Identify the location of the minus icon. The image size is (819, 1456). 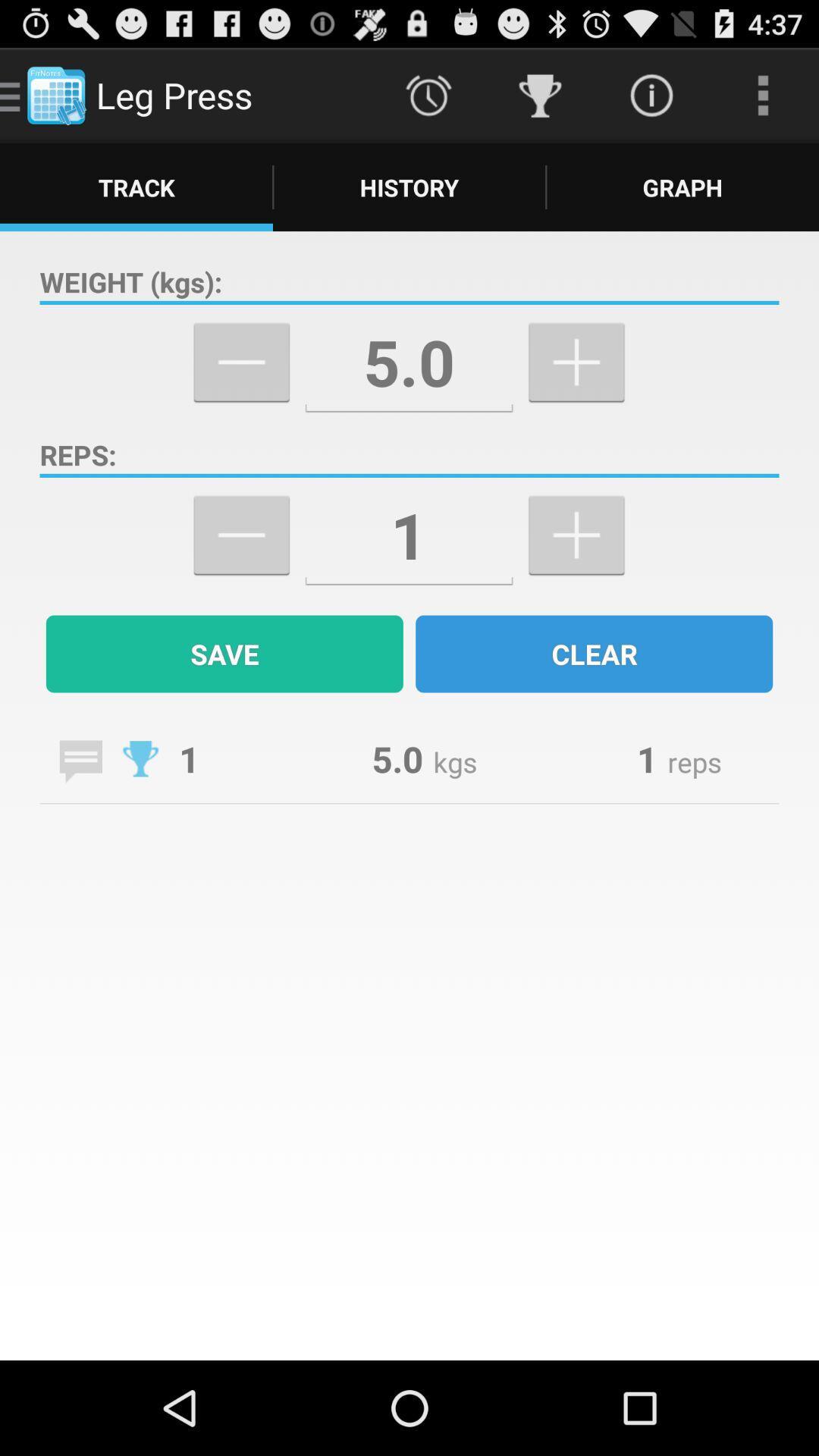
(240, 388).